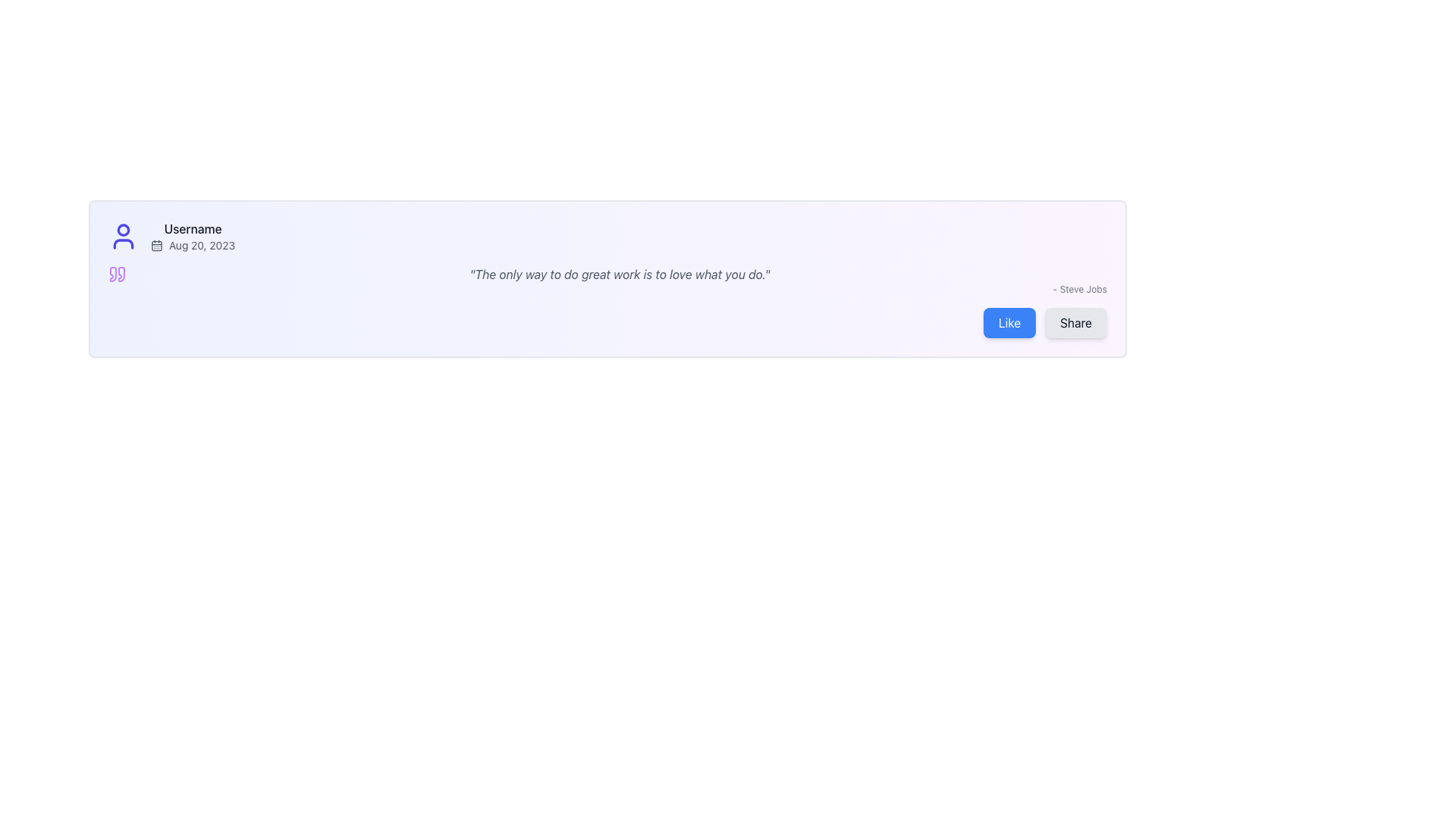  What do you see at coordinates (607, 281) in the screenshot?
I see `quote displayed in the Text Display Element, which contains the text 'The only way to do great work is to love what you do.' attributed to Steve Jobs` at bounding box center [607, 281].